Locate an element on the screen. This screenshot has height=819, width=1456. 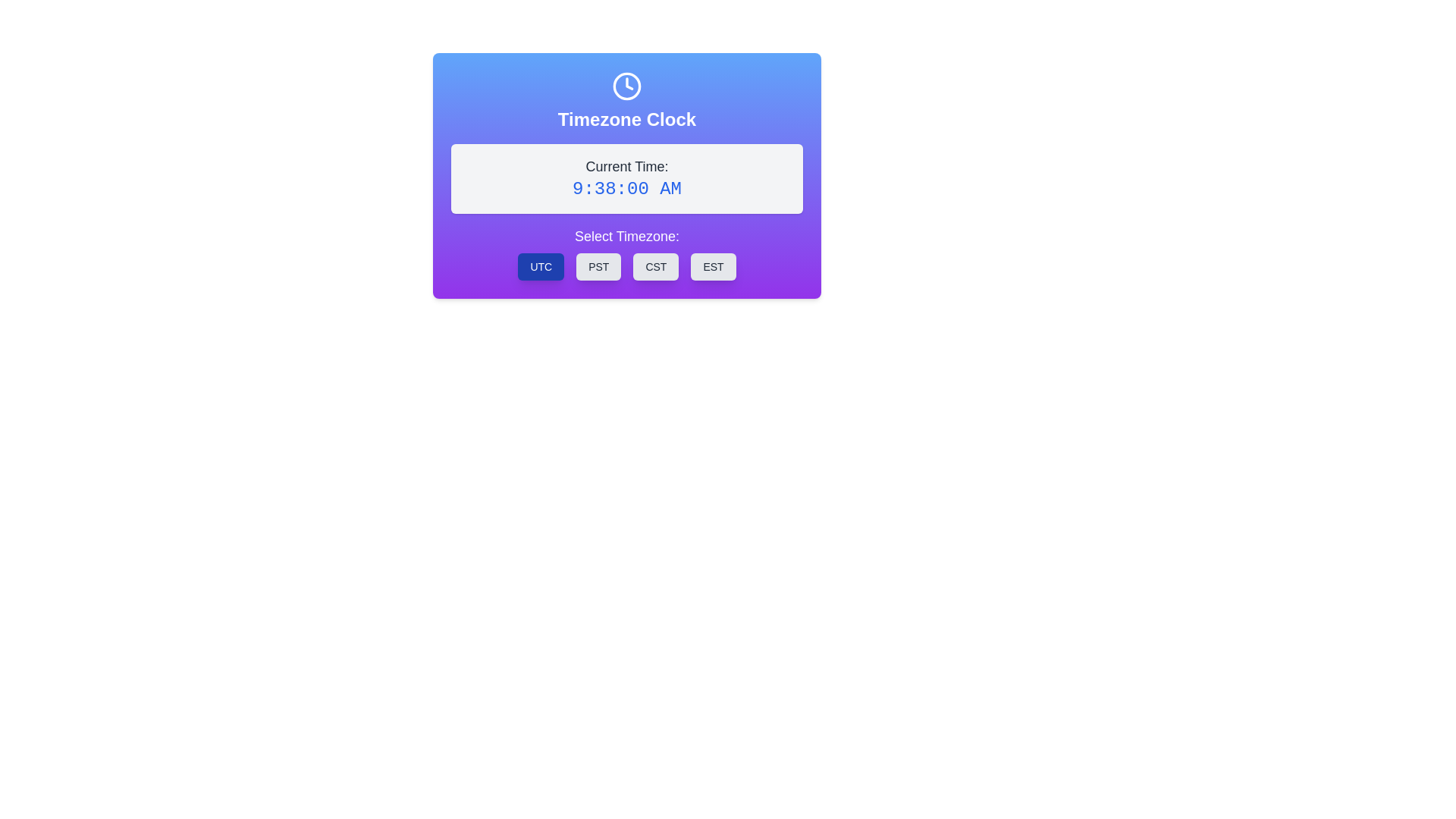
the text display that shows the current time, located to the right of the label 'Current Time:' within the timezone clock section is located at coordinates (626, 188).